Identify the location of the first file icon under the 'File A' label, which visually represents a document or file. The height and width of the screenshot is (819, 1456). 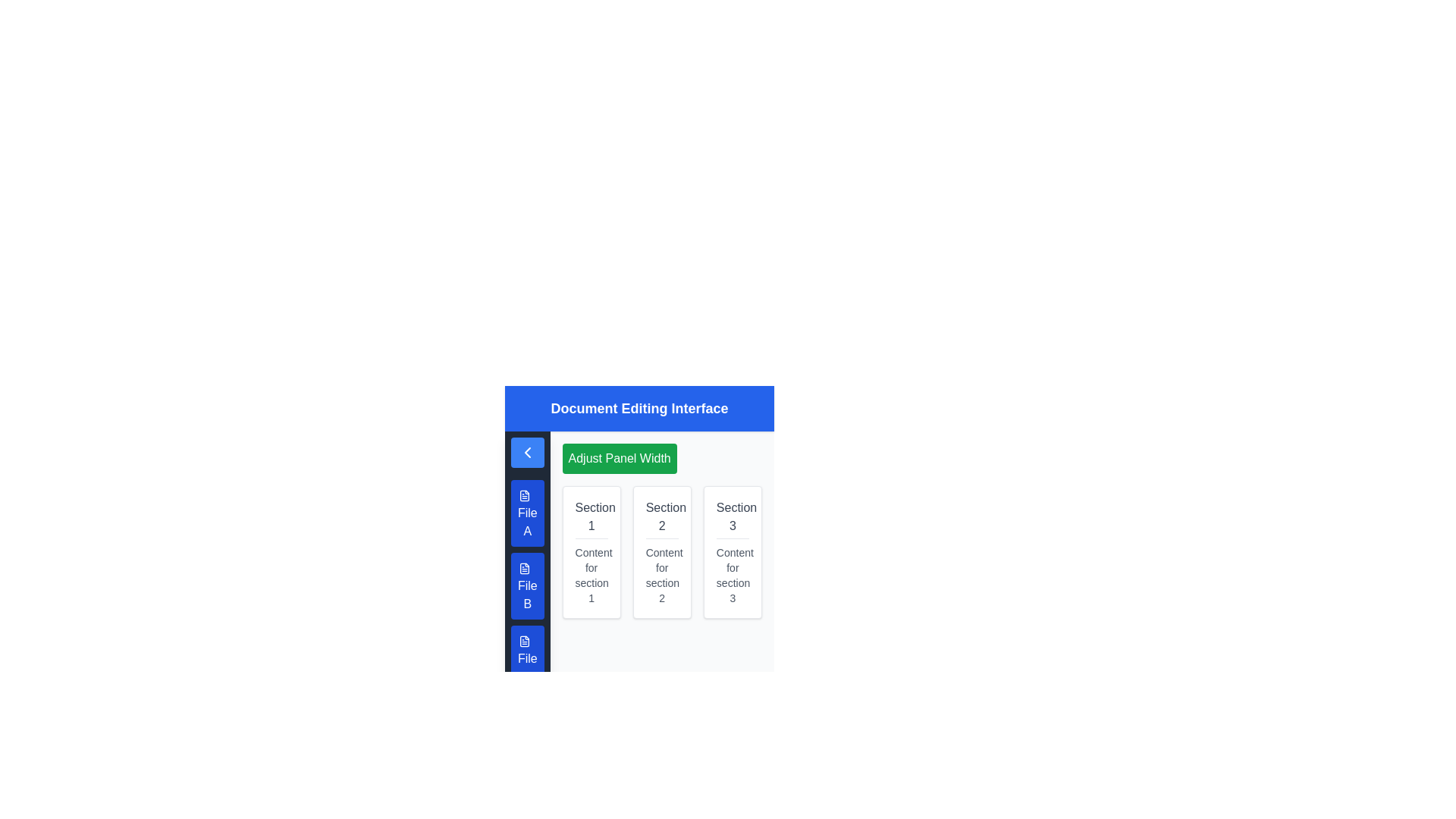
(524, 495).